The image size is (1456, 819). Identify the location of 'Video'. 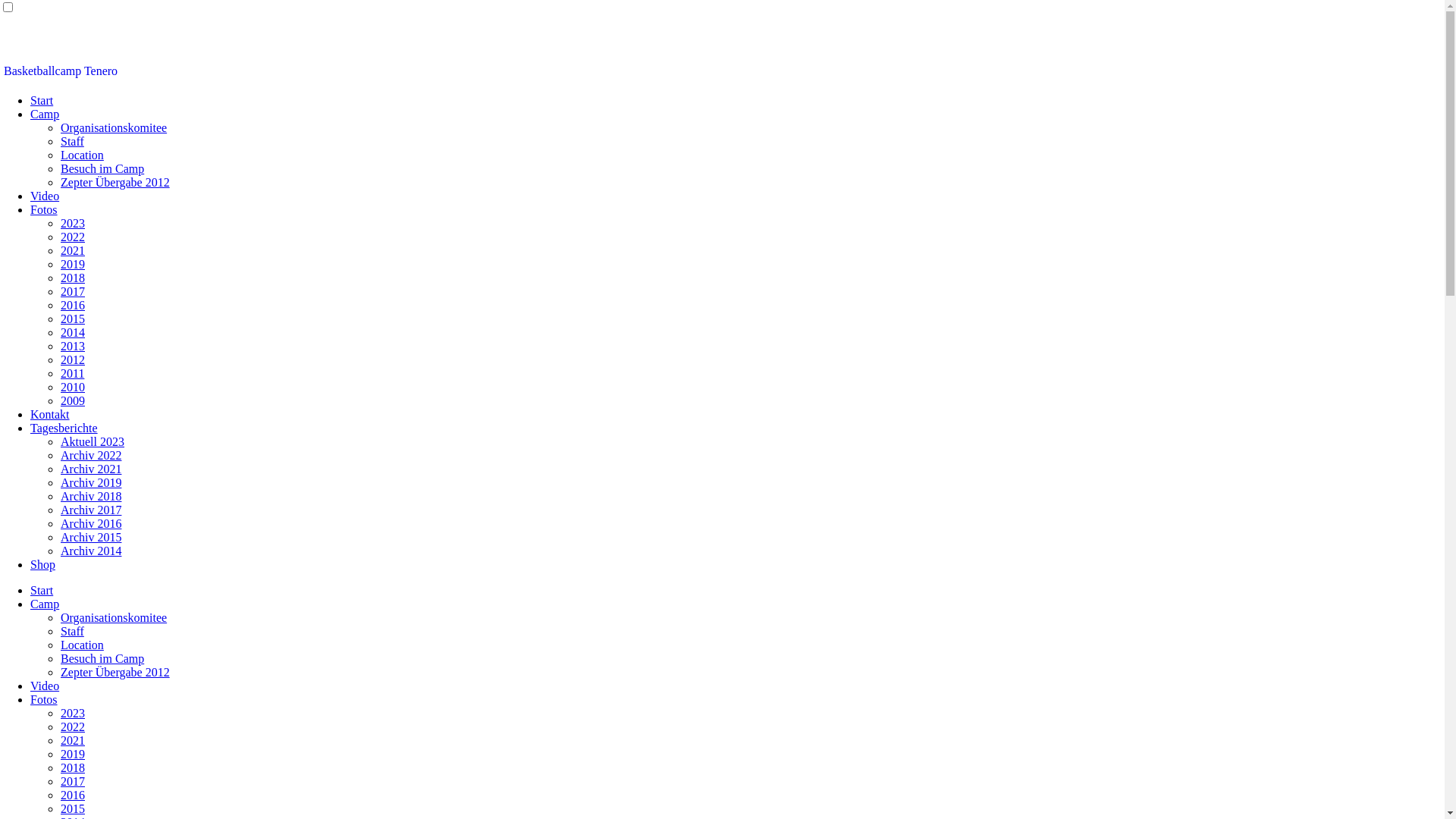
(44, 195).